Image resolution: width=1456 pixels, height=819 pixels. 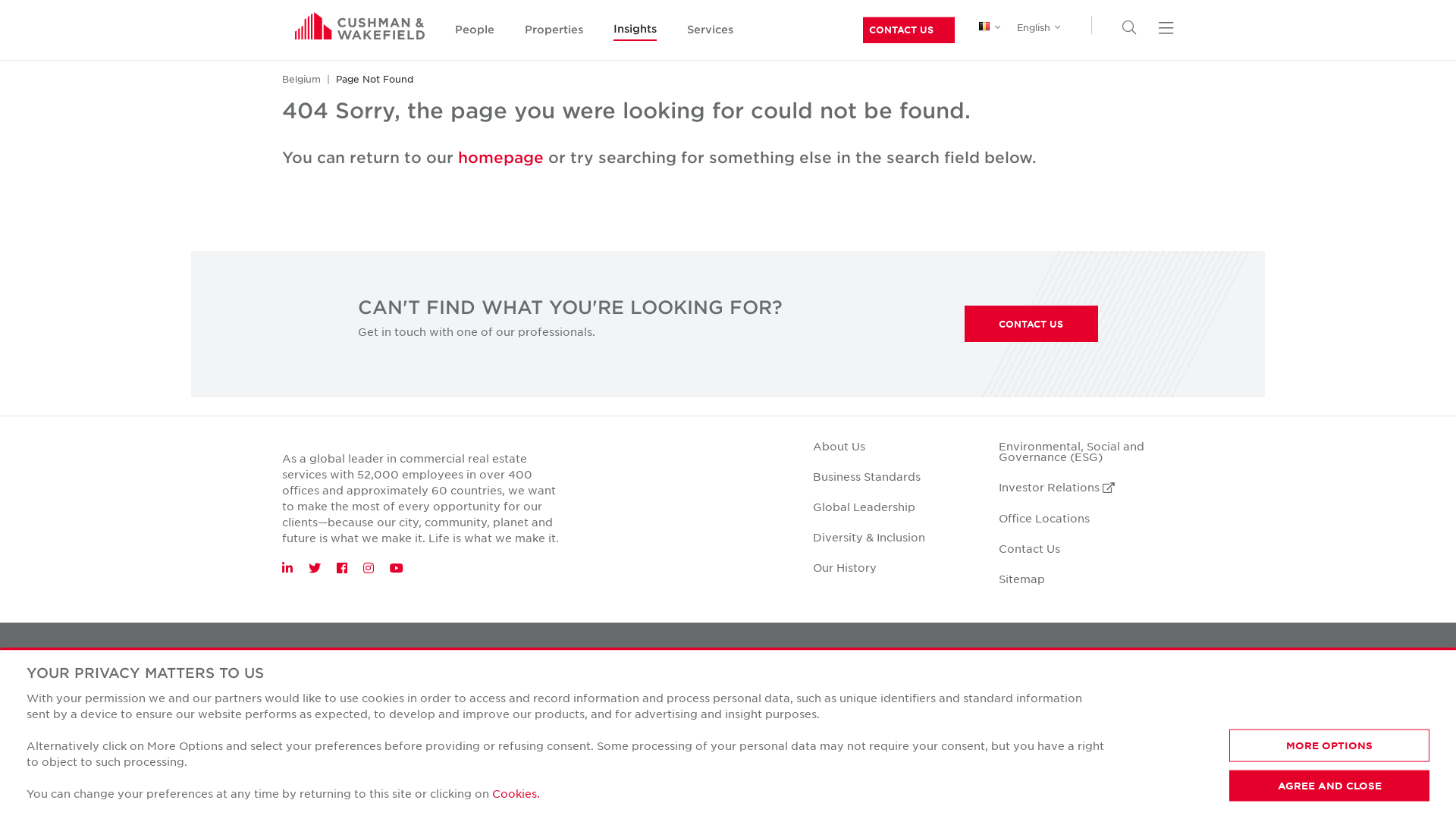 I want to click on 'People', so click(x=454, y=30).